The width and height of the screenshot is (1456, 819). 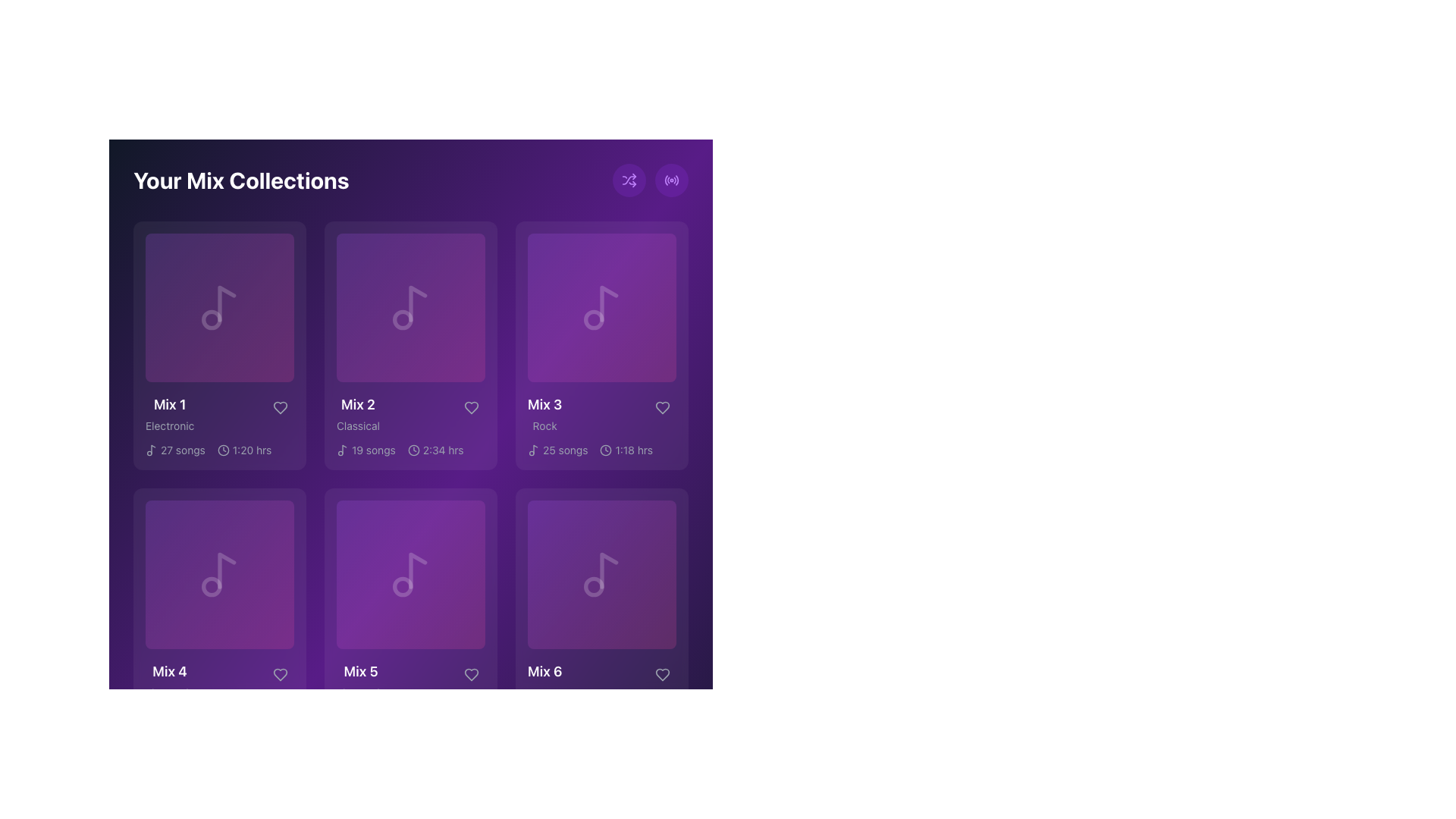 I want to click on the musical note decorative icon located in the 'Mix 4' card, which is situated in the second row, first column of the grid layout under 'Your Mix Collections', so click(x=218, y=575).